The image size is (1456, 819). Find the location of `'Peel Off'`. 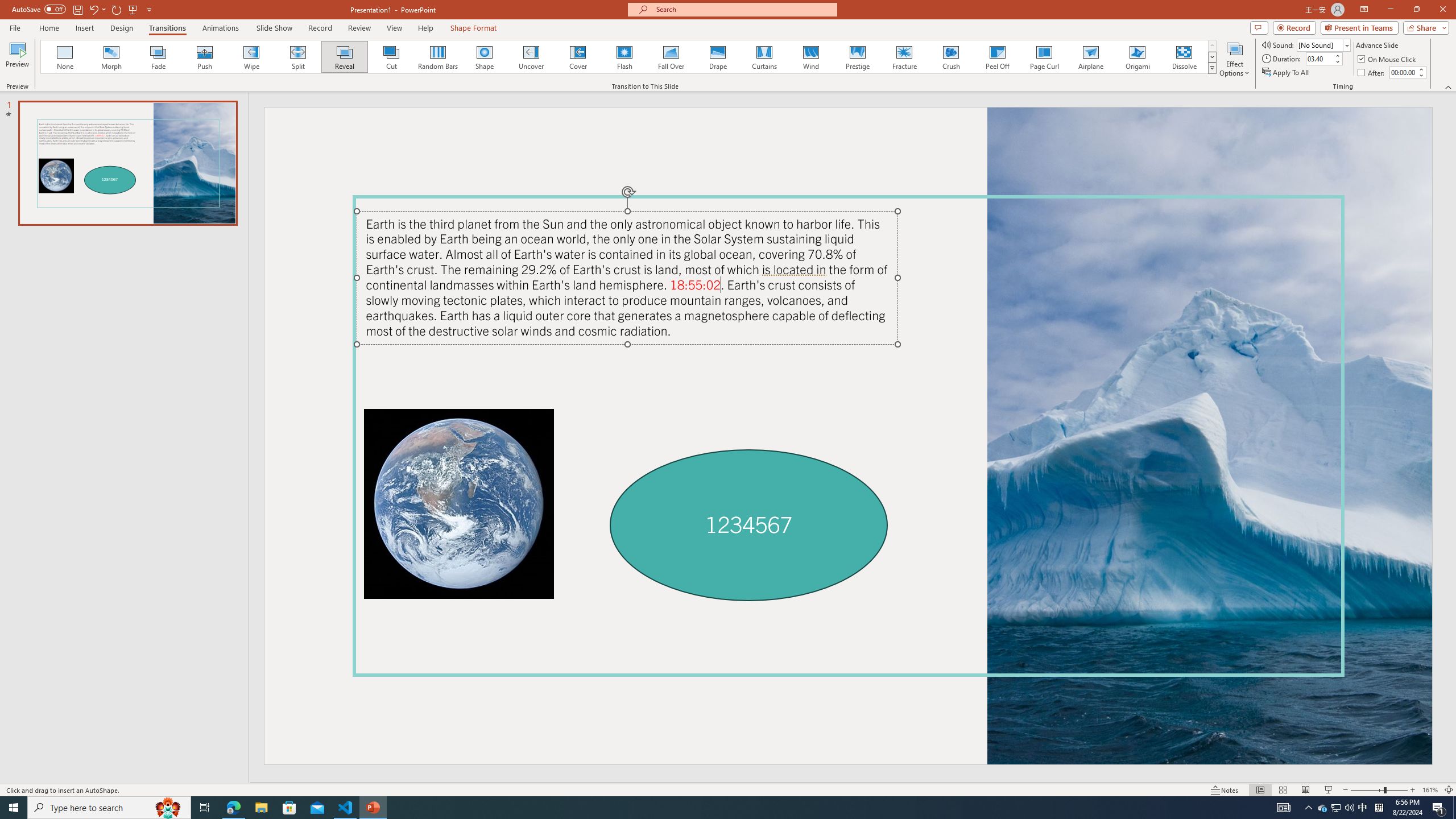

'Peel Off' is located at coordinates (996, 56).